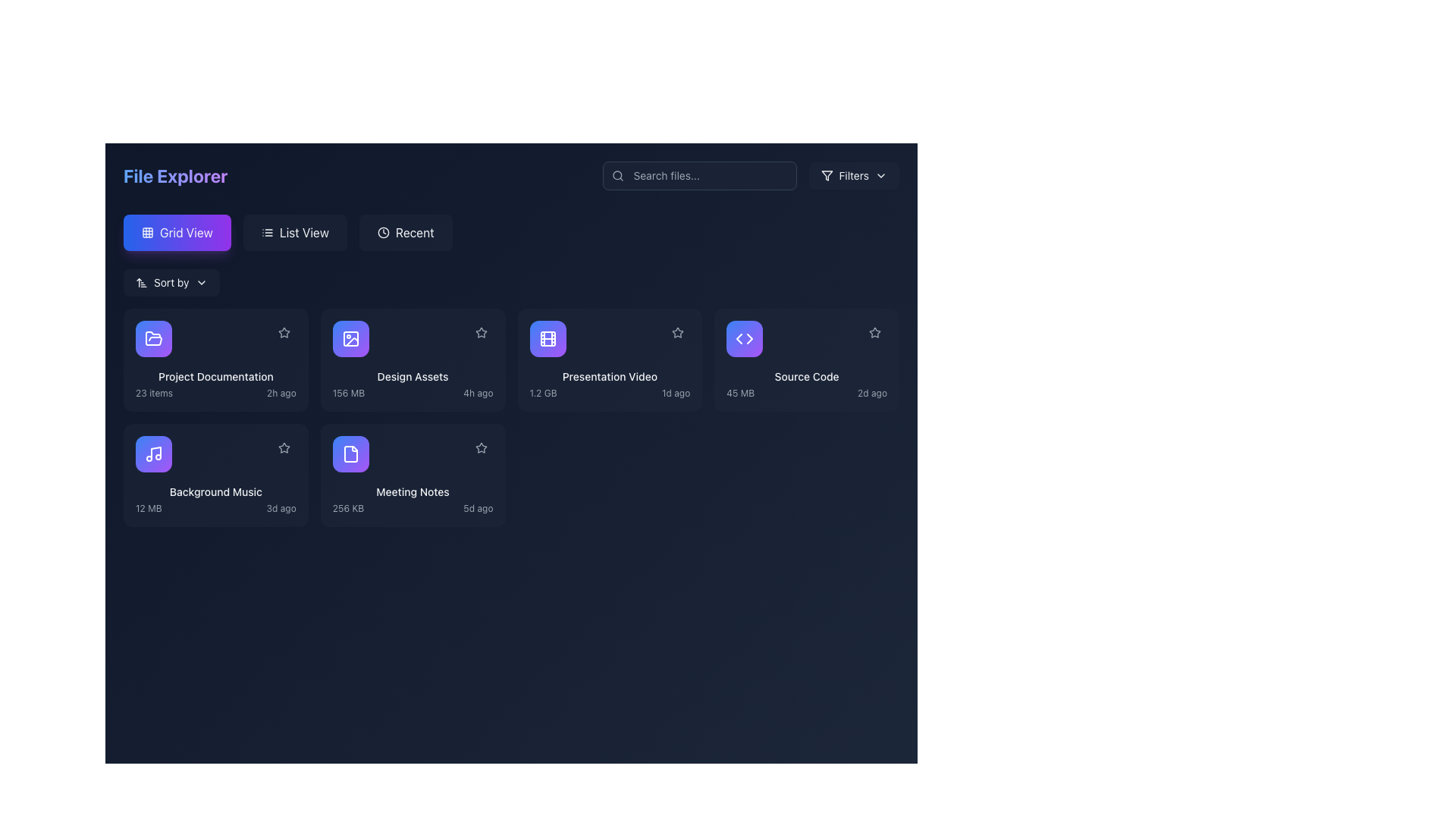 The image size is (1456, 819). What do you see at coordinates (284, 447) in the screenshot?
I see `the star button located at the bottom-right corner of the 'Background Music' card` at bounding box center [284, 447].